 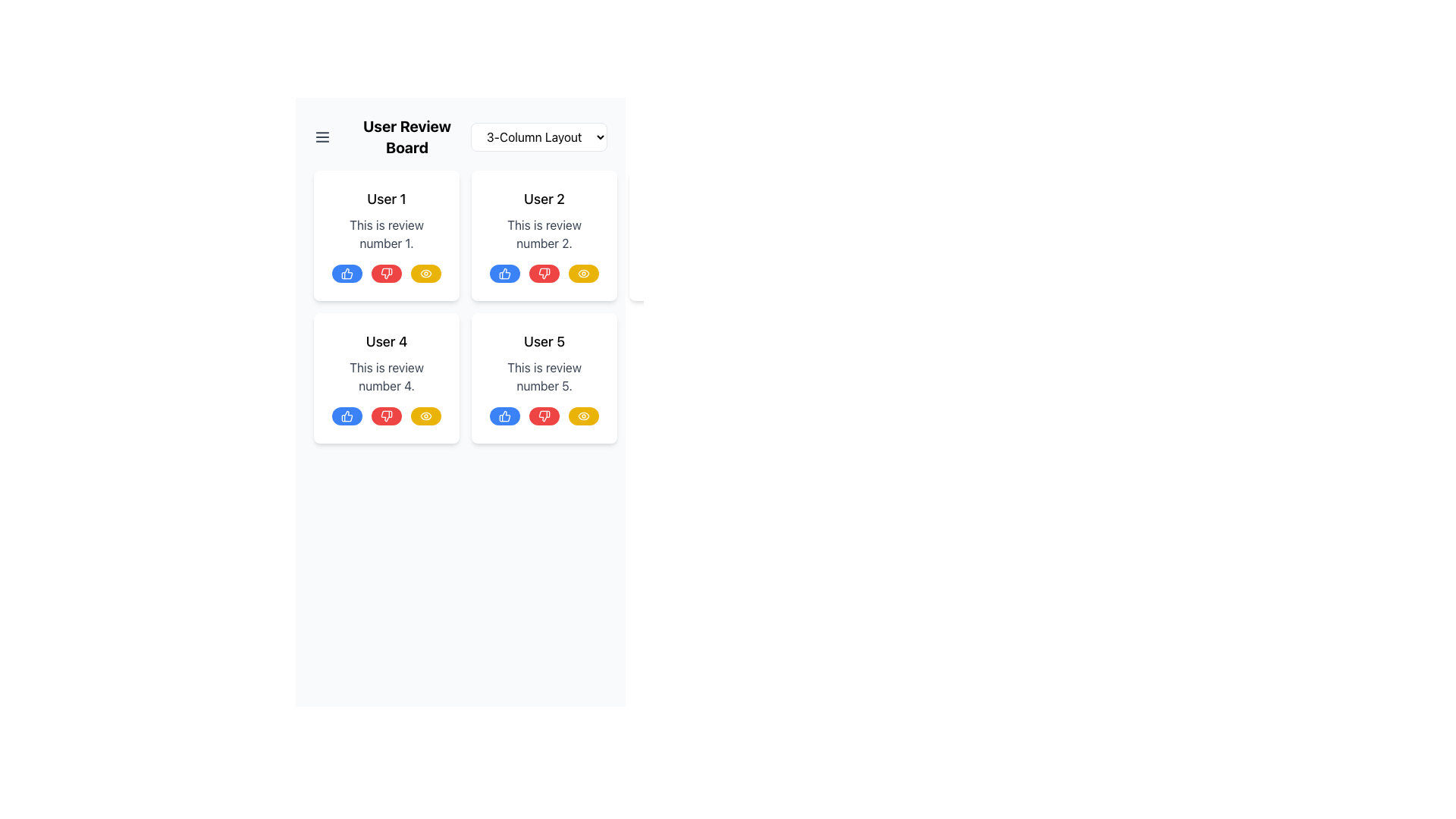 What do you see at coordinates (425, 416) in the screenshot?
I see `the visibility icon button located in the bottom-right section of the 'User 5' card` at bounding box center [425, 416].